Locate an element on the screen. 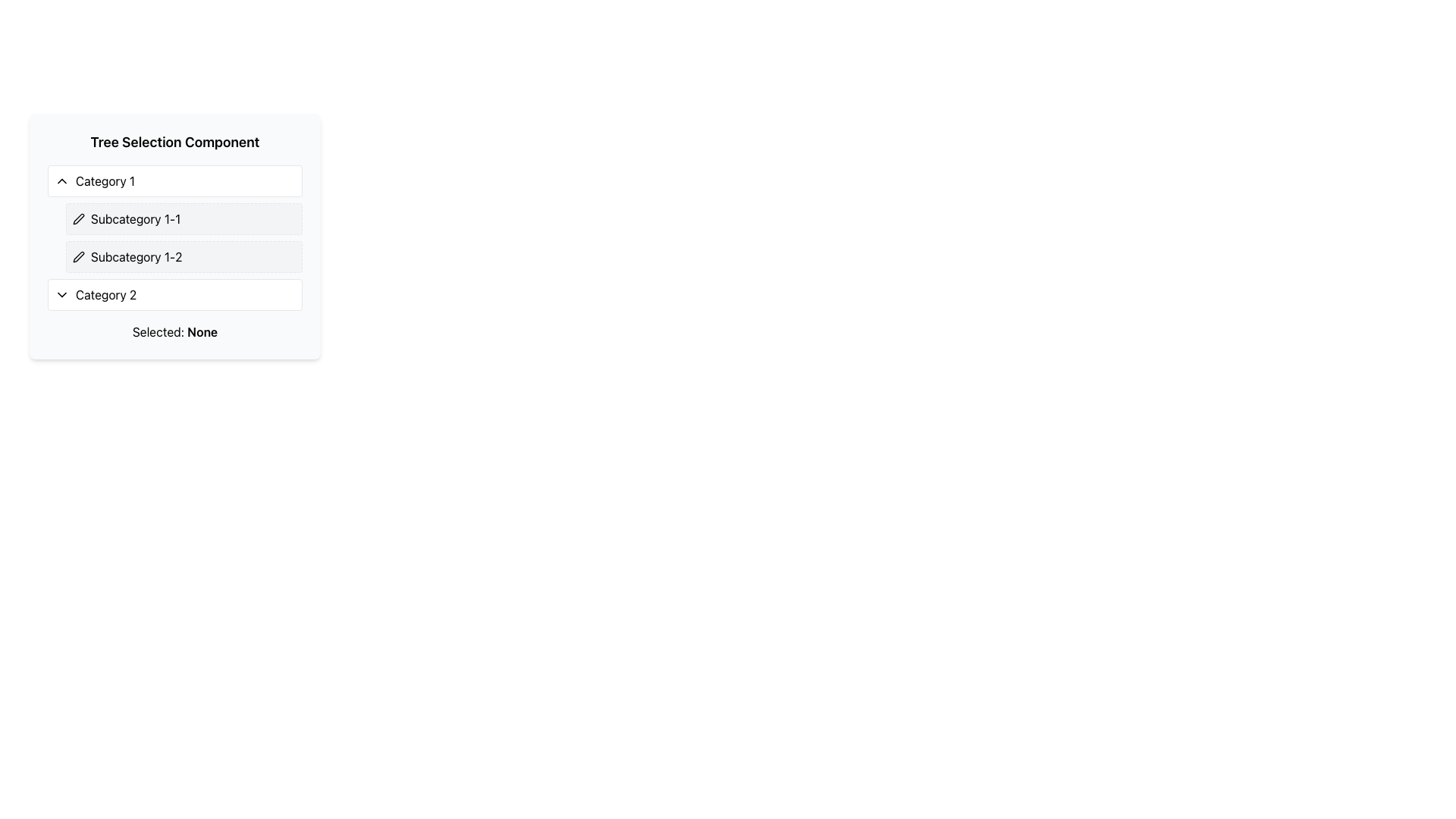 The image size is (1456, 819). the 'Category 2' text label in the tree selection component, which serves to identify this specific category in the navigation interface is located at coordinates (105, 295).